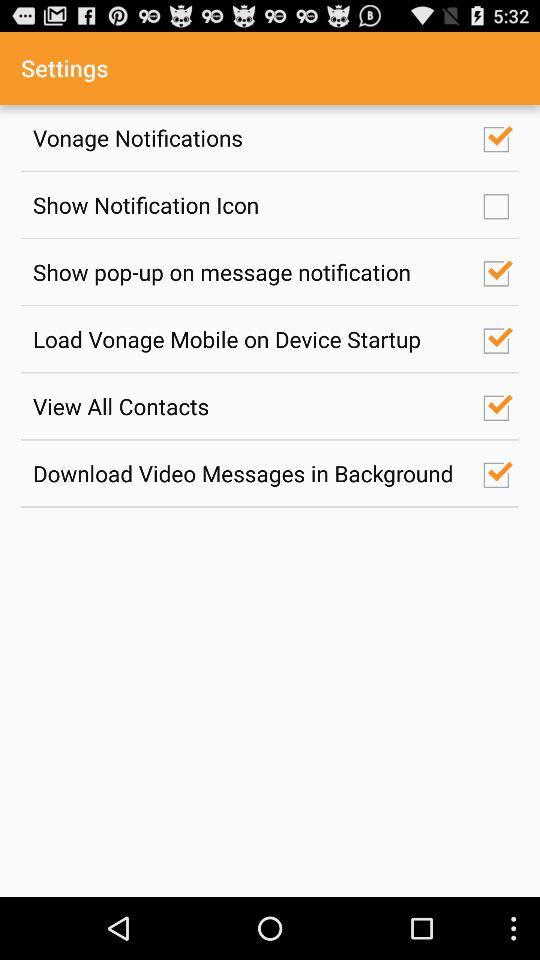 The width and height of the screenshot is (540, 960). Describe the element at coordinates (247, 339) in the screenshot. I see `load vonage mobile icon` at that location.